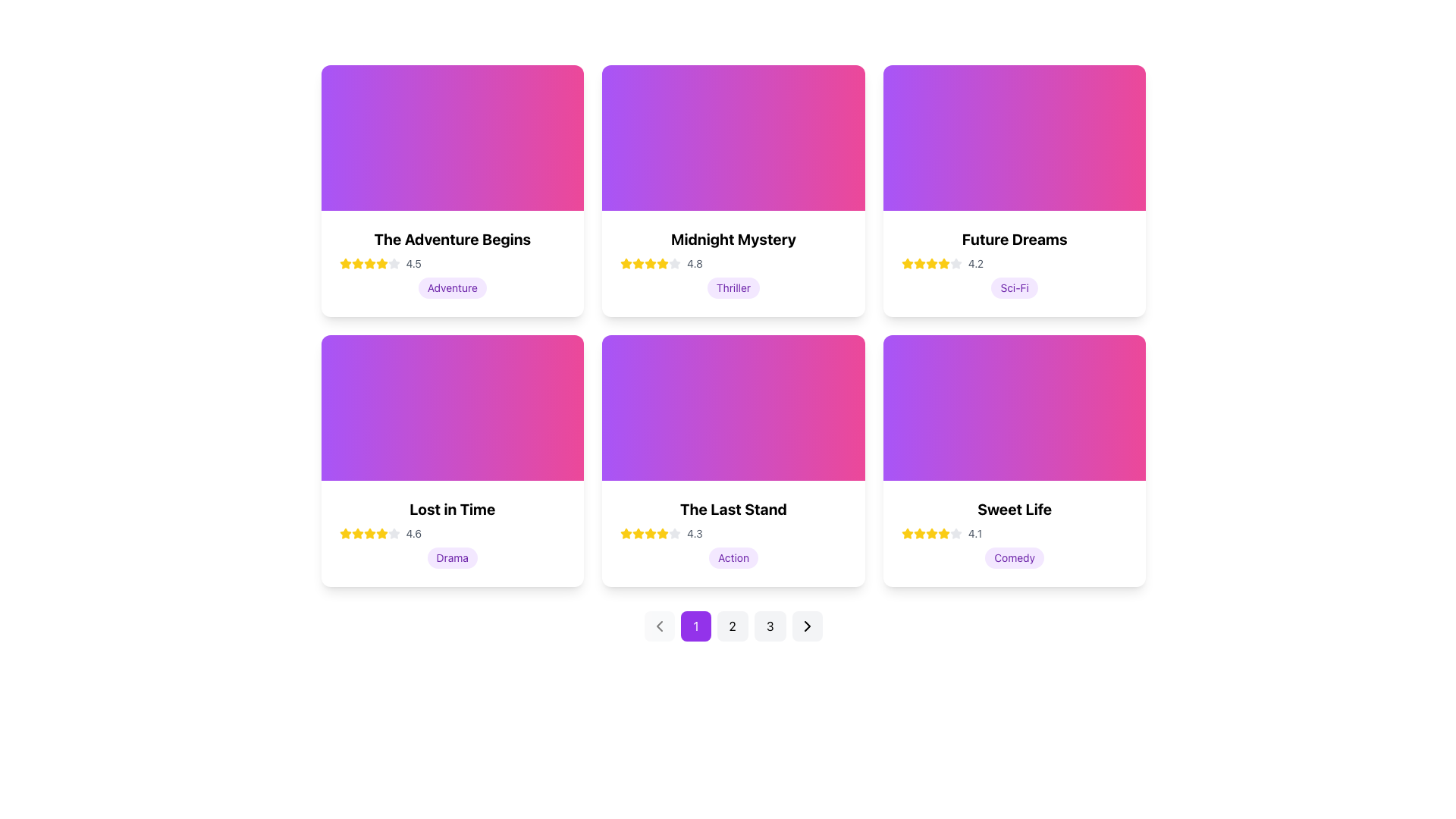 This screenshot has width=1456, height=819. What do you see at coordinates (663, 262) in the screenshot?
I see `the second star in the rating row below the 'Midnight Mystery' card to focus on it` at bounding box center [663, 262].